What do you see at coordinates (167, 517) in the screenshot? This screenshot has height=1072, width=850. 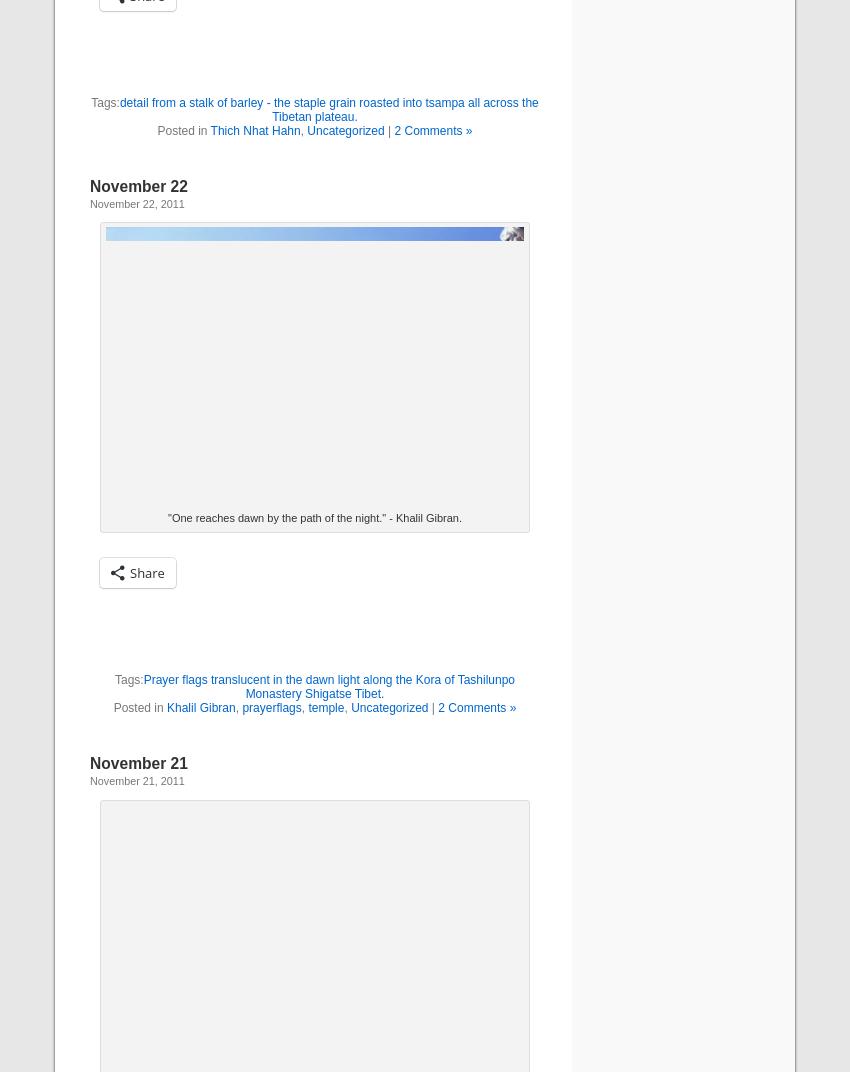 I see `'"One reaches dawn by the path of the night." - Khalil Gibran.'` at bounding box center [167, 517].